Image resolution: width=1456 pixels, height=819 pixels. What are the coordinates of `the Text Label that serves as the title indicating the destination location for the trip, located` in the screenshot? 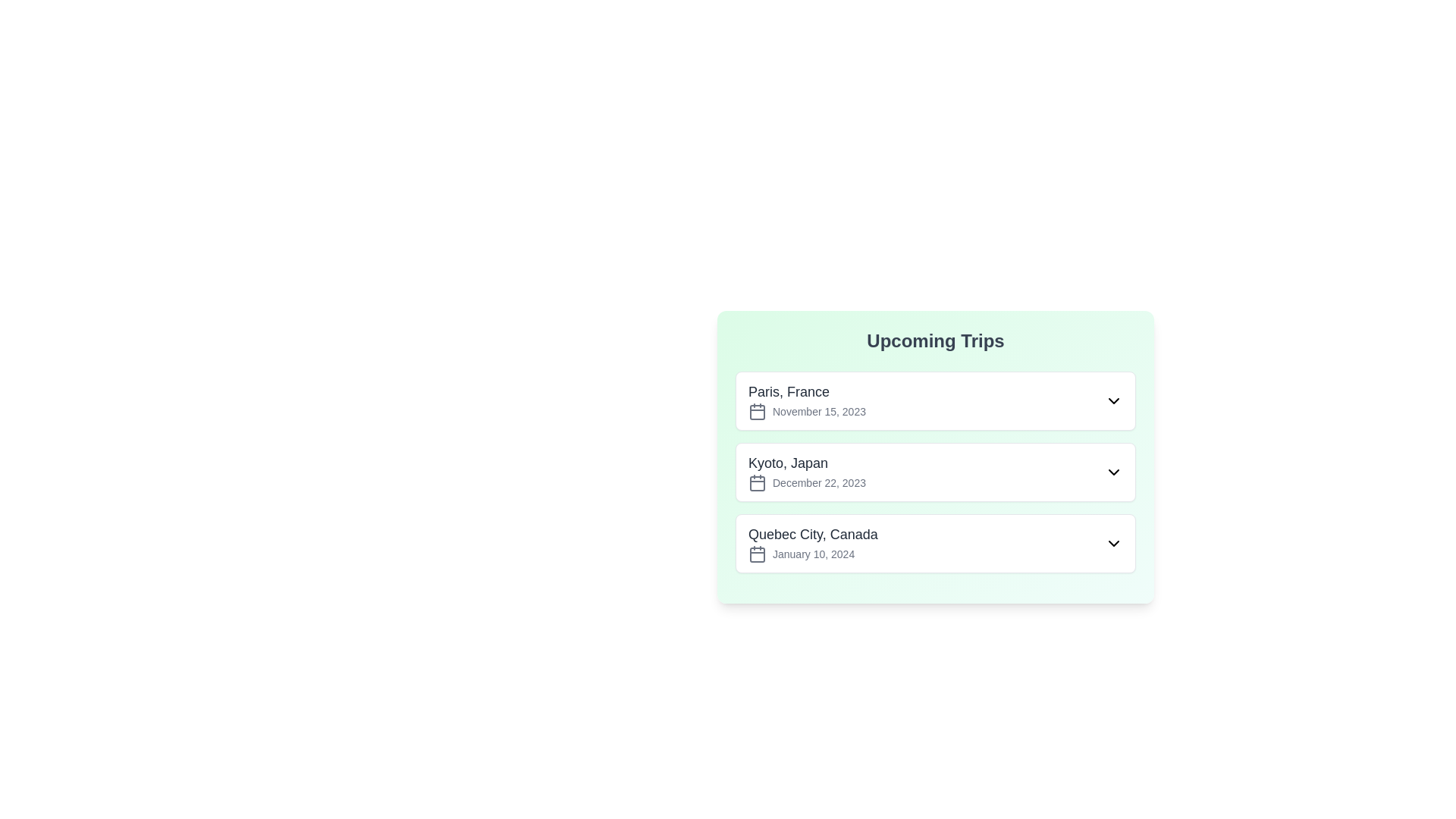 It's located at (811, 534).